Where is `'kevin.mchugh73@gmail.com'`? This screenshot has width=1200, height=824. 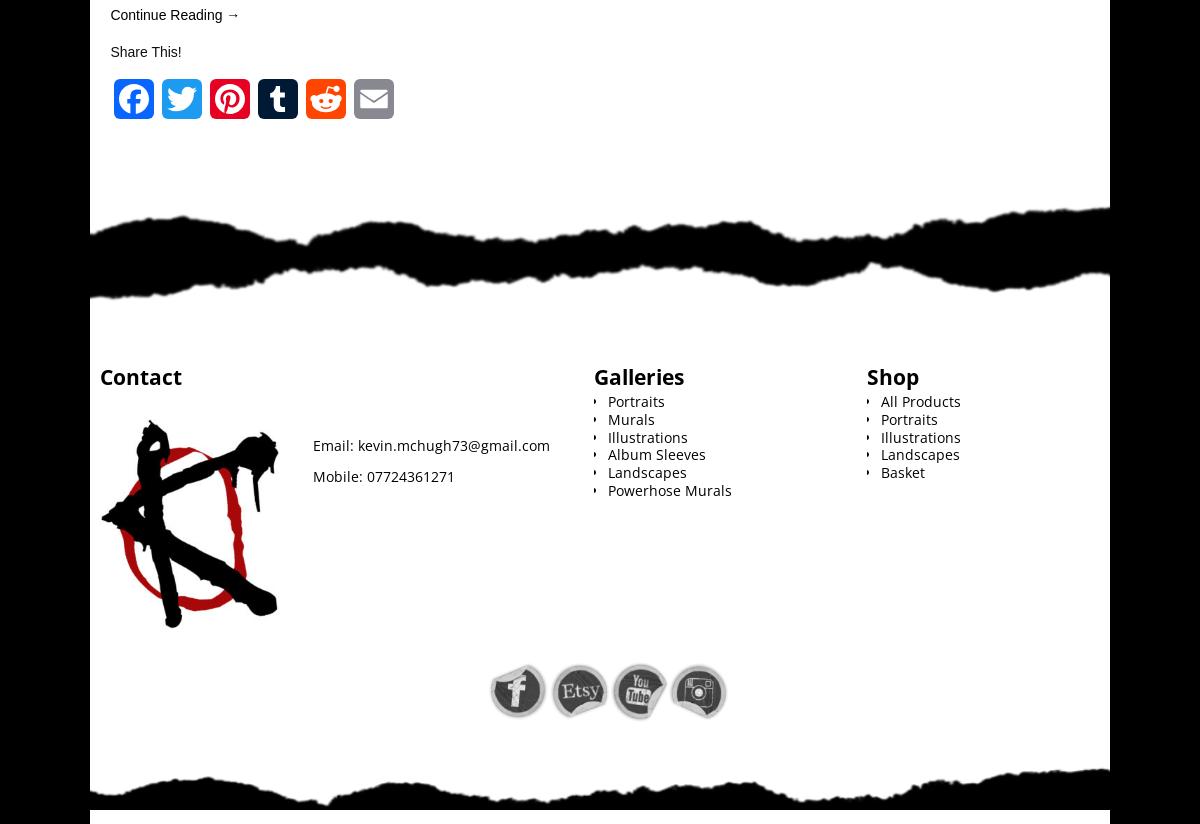 'kevin.mchugh73@gmail.com' is located at coordinates (357, 443).